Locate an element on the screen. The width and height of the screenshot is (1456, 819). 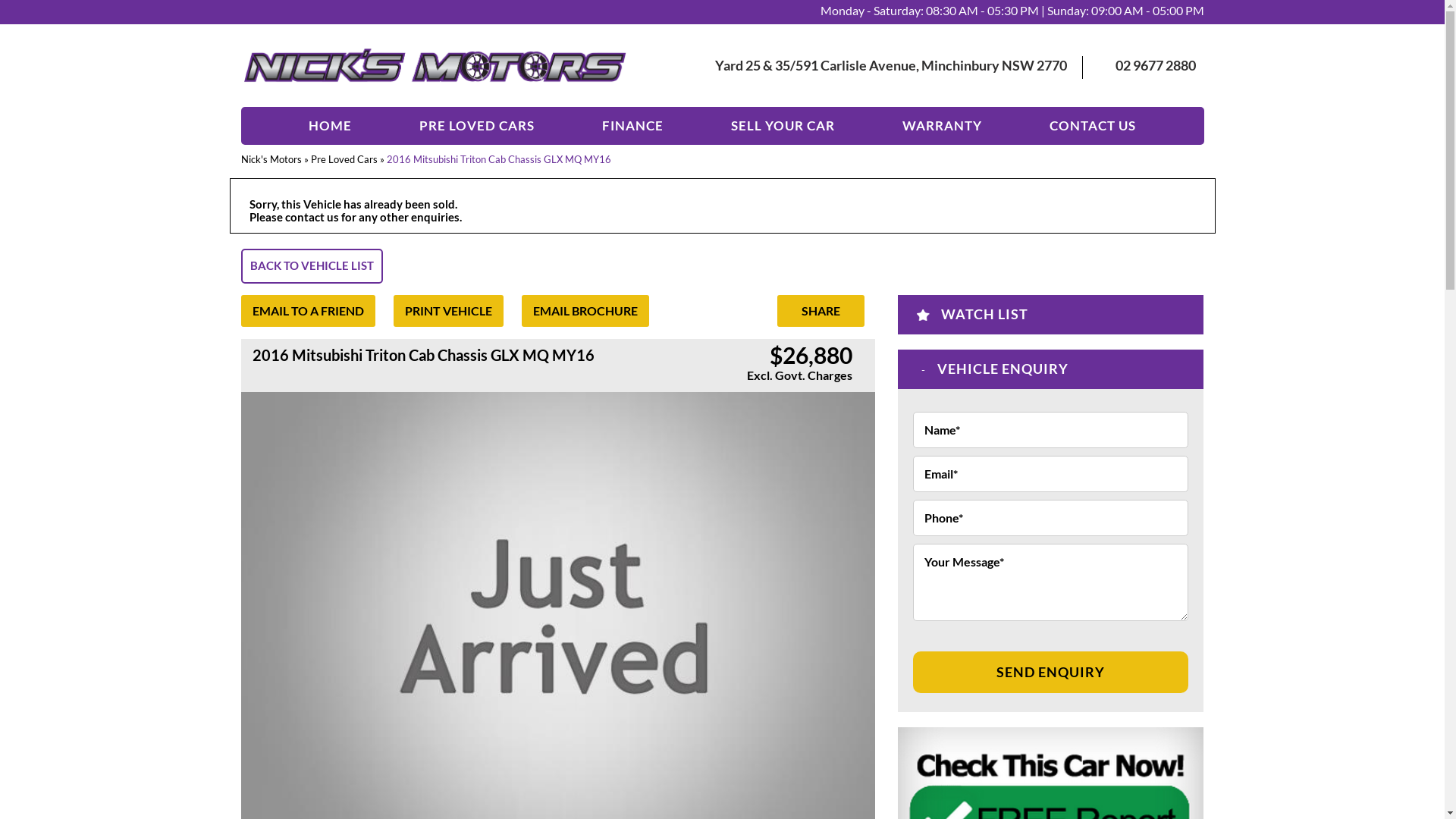
'WATCH LIST' is located at coordinates (1050, 314).